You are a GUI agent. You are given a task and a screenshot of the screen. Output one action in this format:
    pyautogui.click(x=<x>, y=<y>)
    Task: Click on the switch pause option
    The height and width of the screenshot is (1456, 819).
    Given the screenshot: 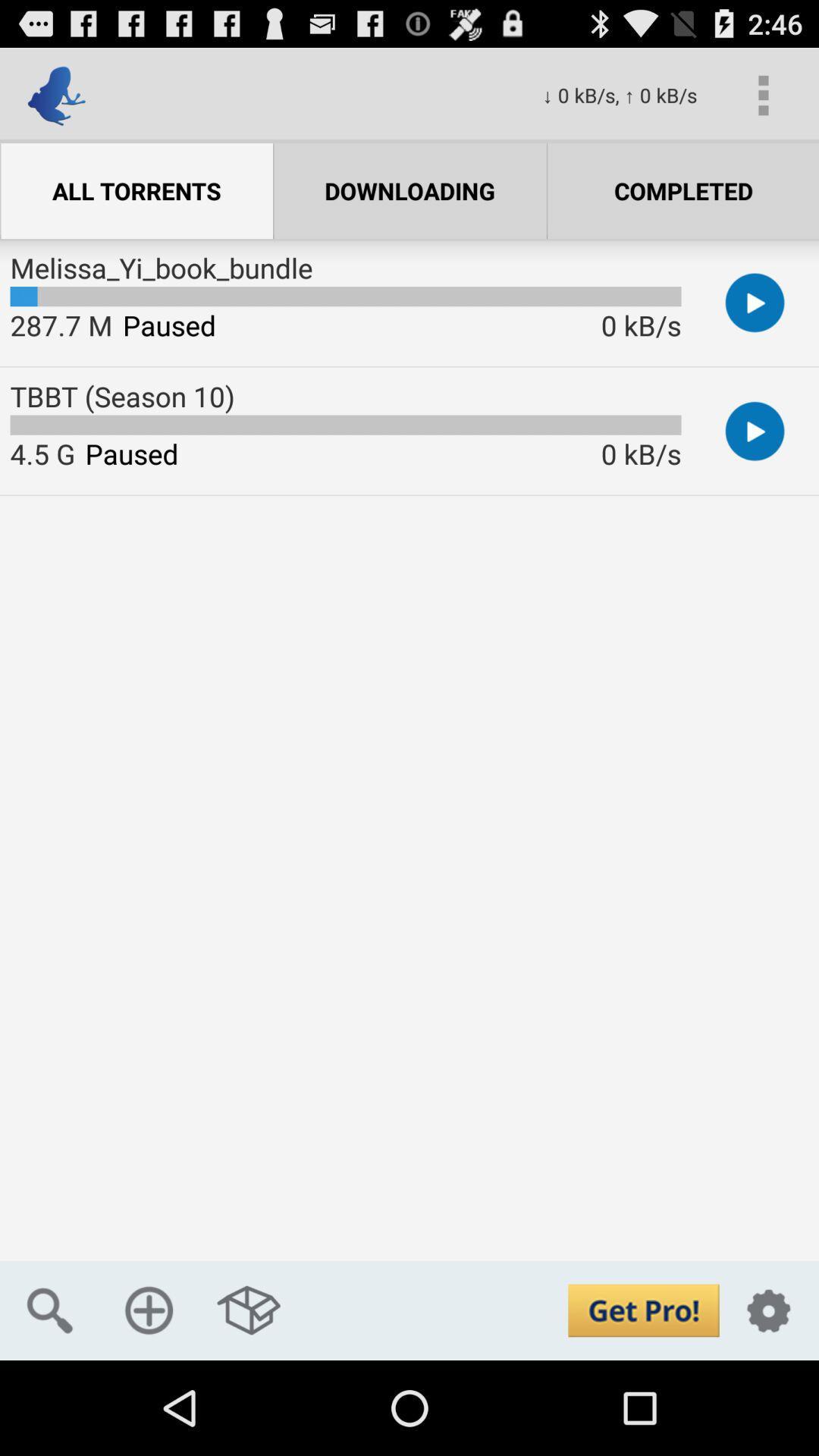 What is the action you would take?
    pyautogui.click(x=755, y=430)
    